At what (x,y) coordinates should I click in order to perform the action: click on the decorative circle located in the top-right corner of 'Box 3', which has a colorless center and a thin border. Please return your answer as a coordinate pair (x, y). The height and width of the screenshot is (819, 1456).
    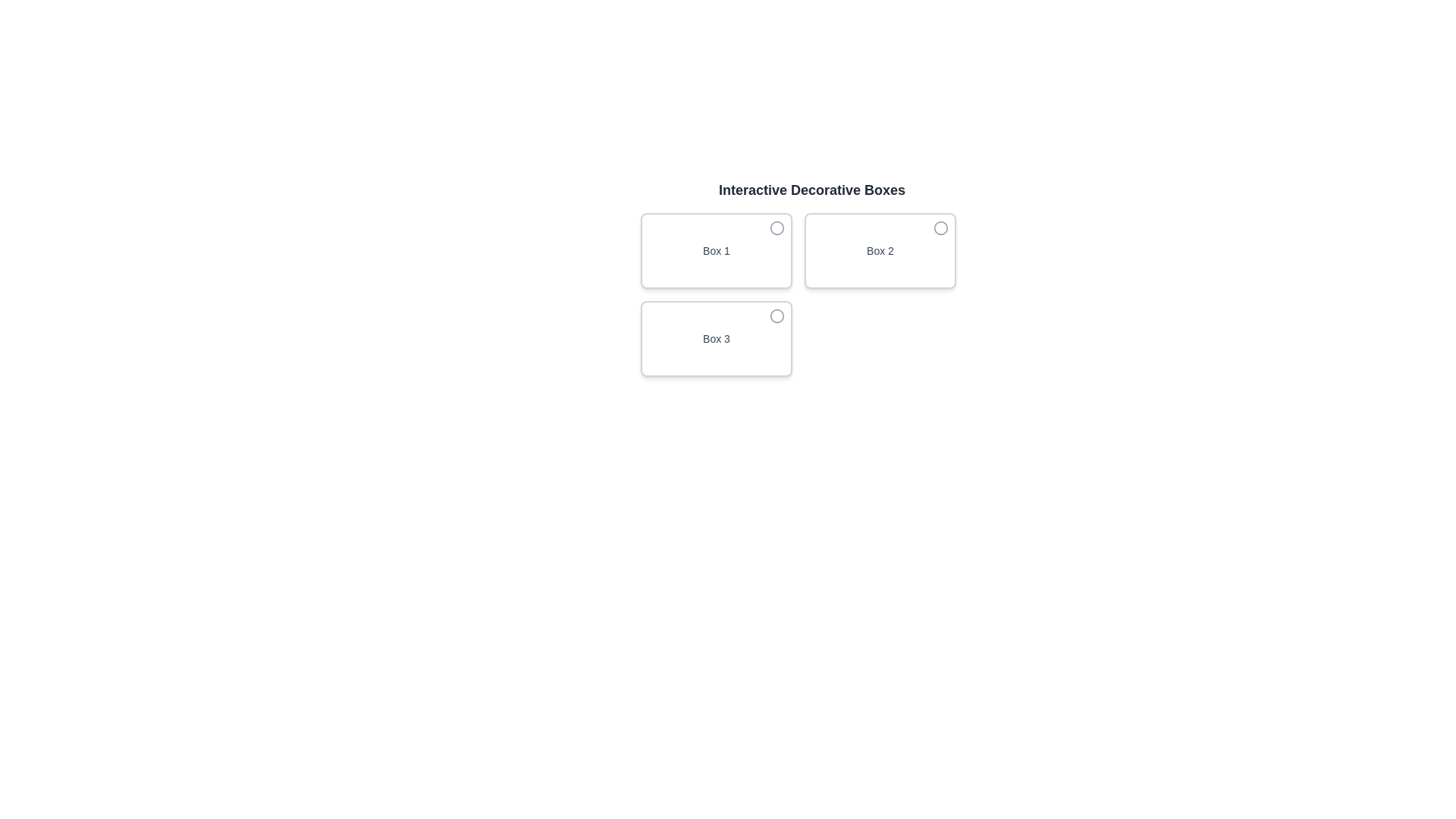
    Looking at the image, I should click on (777, 315).